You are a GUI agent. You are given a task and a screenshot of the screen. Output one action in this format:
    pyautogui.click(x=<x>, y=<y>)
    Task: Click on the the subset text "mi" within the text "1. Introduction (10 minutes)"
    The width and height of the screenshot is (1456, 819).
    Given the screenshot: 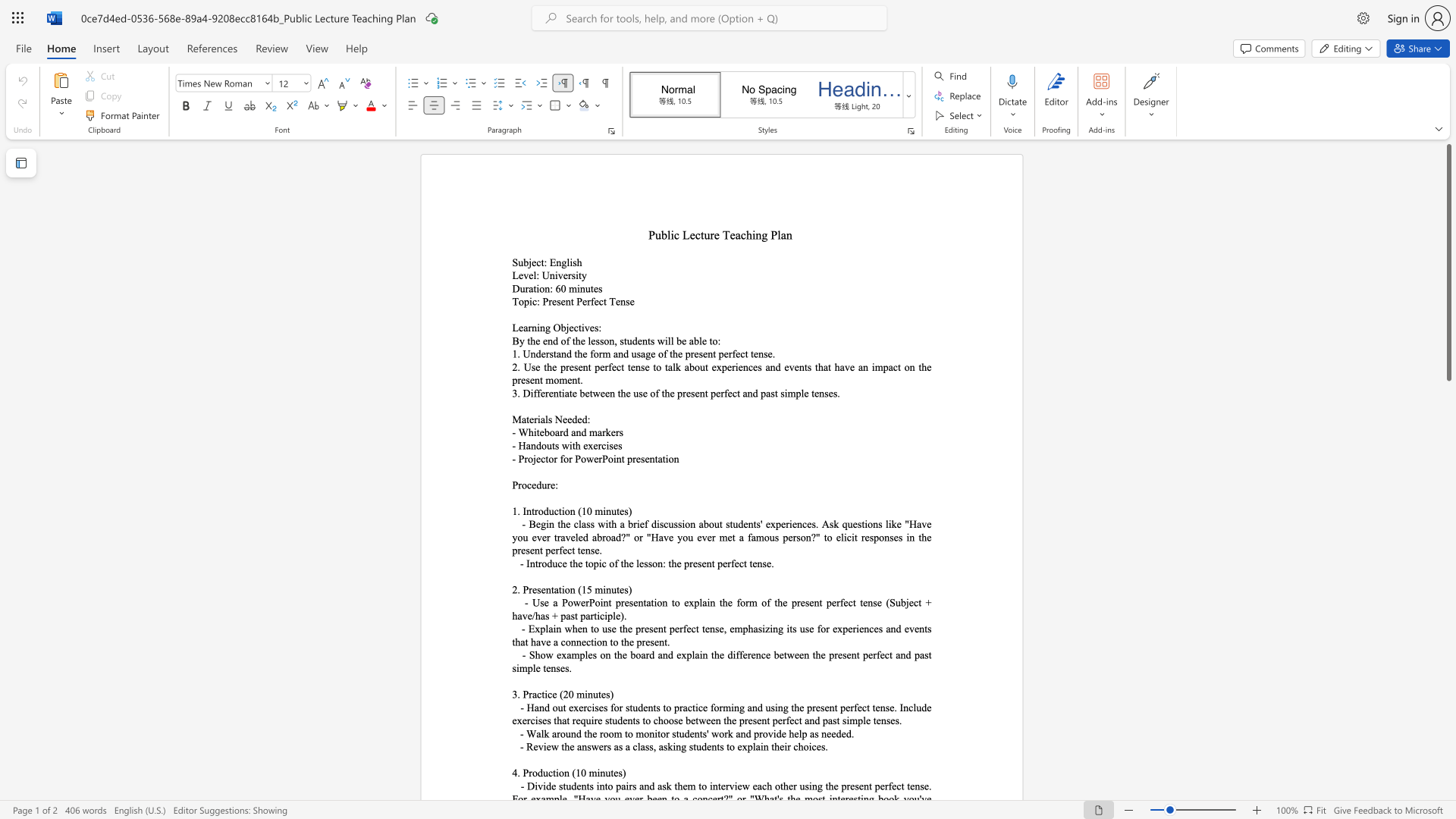 What is the action you would take?
    pyautogui.click(x=594, y=511)
    